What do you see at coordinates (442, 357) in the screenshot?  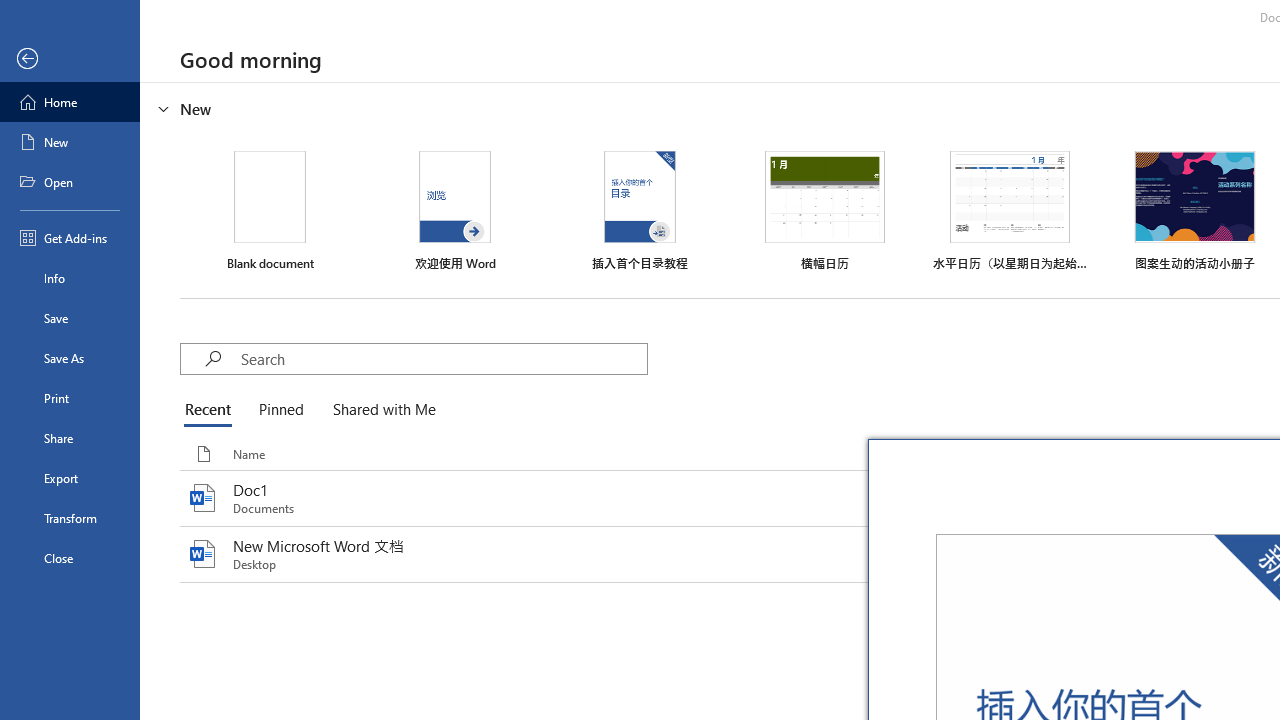 I see `'Search'` at bounding box center [442, 357].